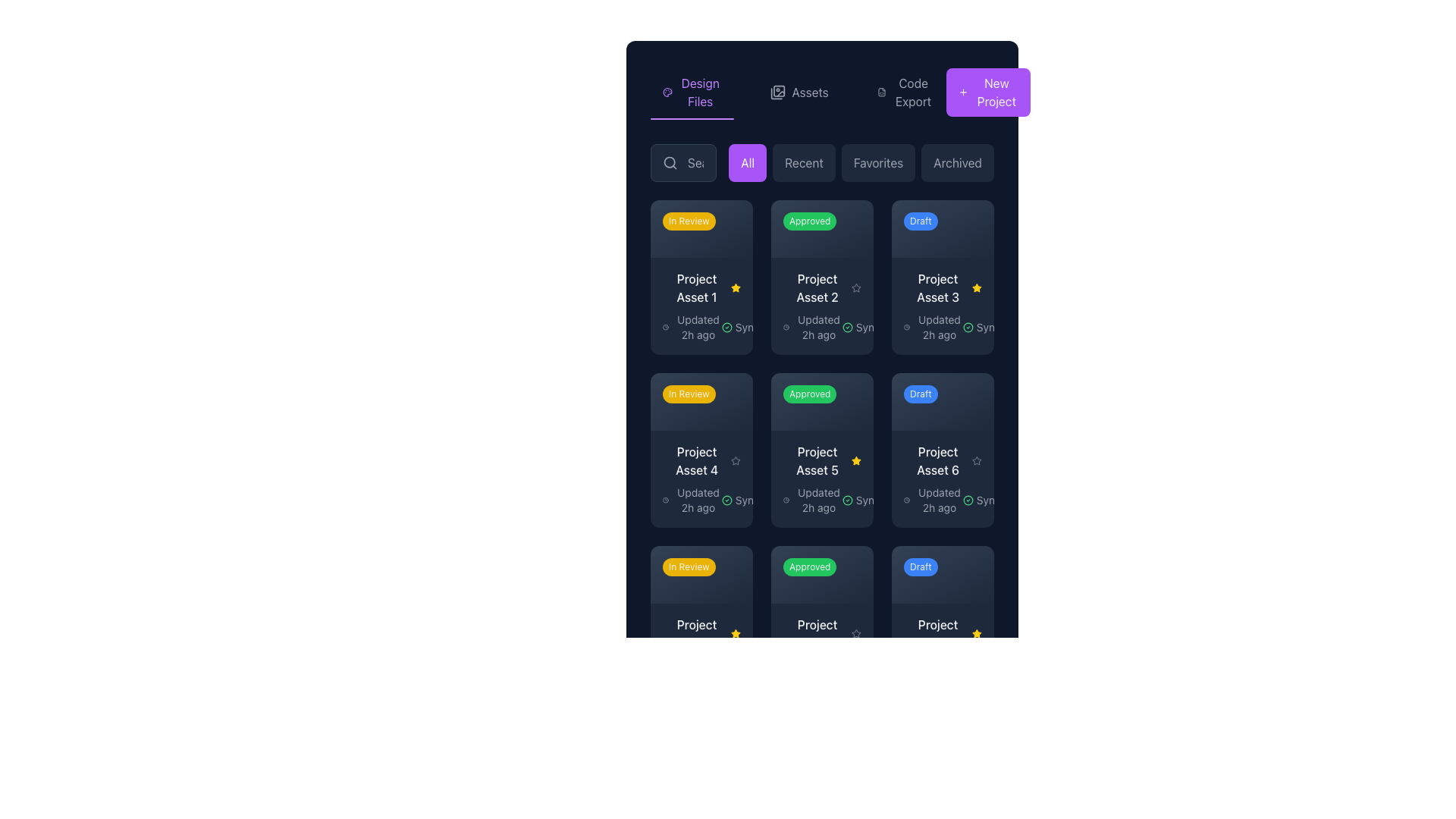 This screenshot has height=819, width=1456. What do you see at coordinates (691, 326) in the screenshot?
I see `the text label displaying the last update time associated with 'Project Asset 1', located in the bottom-left region of the card` at bounding box center [691, 326].